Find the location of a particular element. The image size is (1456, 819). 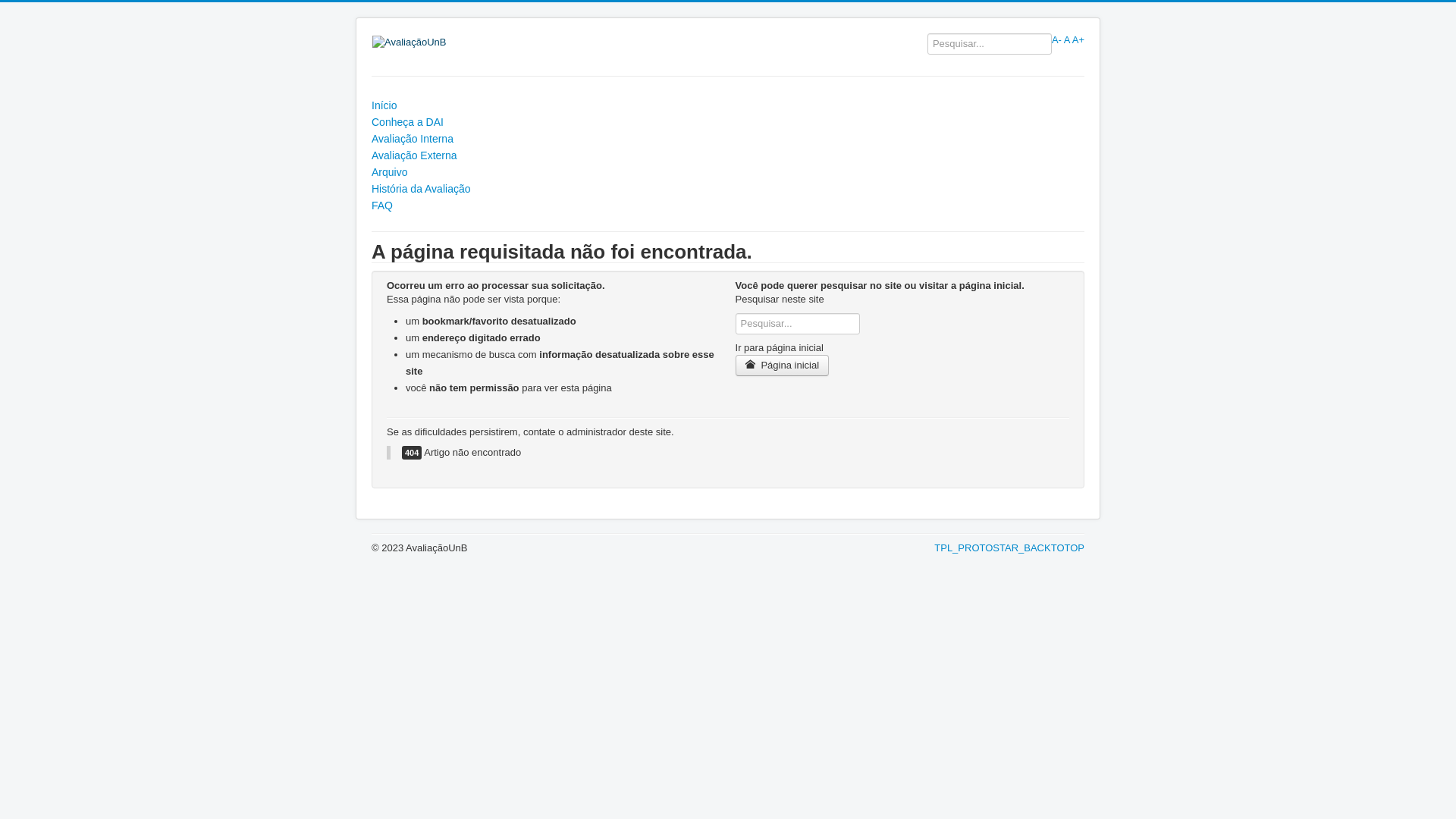

'FAQ' is located at coordinates (371, 205).